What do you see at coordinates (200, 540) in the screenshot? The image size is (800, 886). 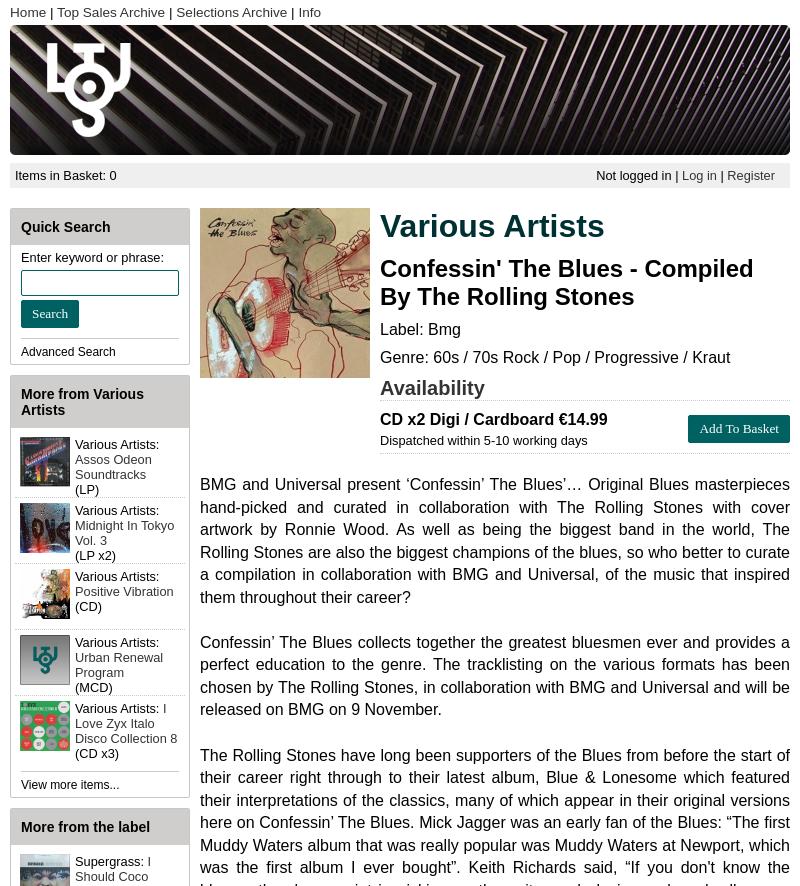 I see `'BMG and Universal present ‘Confessin’ The Blues’… Original Blues masterpieces hand-picked and curated in collaboration with The Rolling Stones with cover artwork by Ronnie Wood. As well as being the biggest band in the world, The Rolling Stones are also the biggest champions of the blues, so who better to curate a compilation in collaboration with BMG and Universal, of the music that inspired them throughout their career?'` at bounding box center [200, 540].